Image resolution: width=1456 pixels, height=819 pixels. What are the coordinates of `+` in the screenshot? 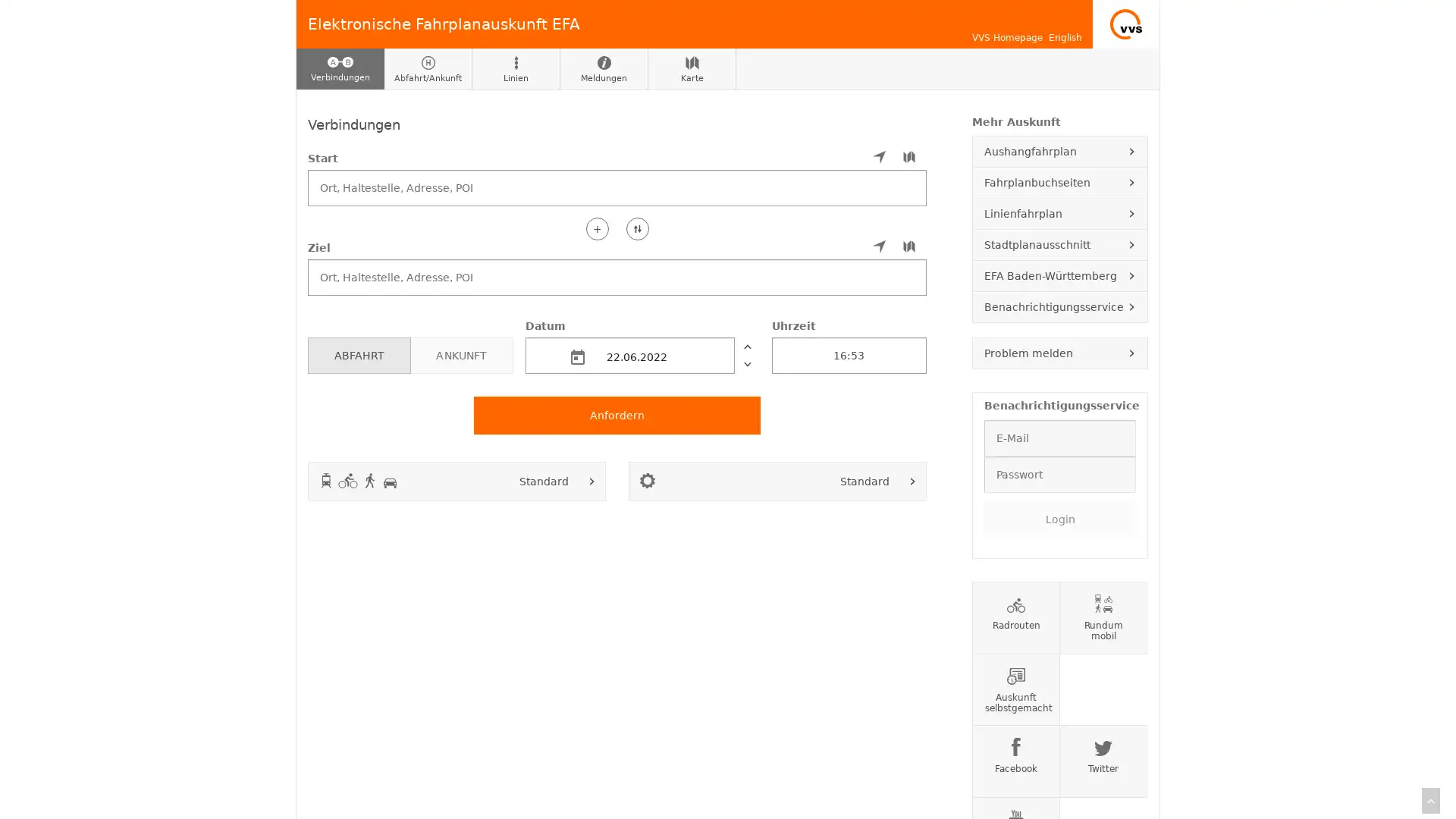 It's located at (596, 227).